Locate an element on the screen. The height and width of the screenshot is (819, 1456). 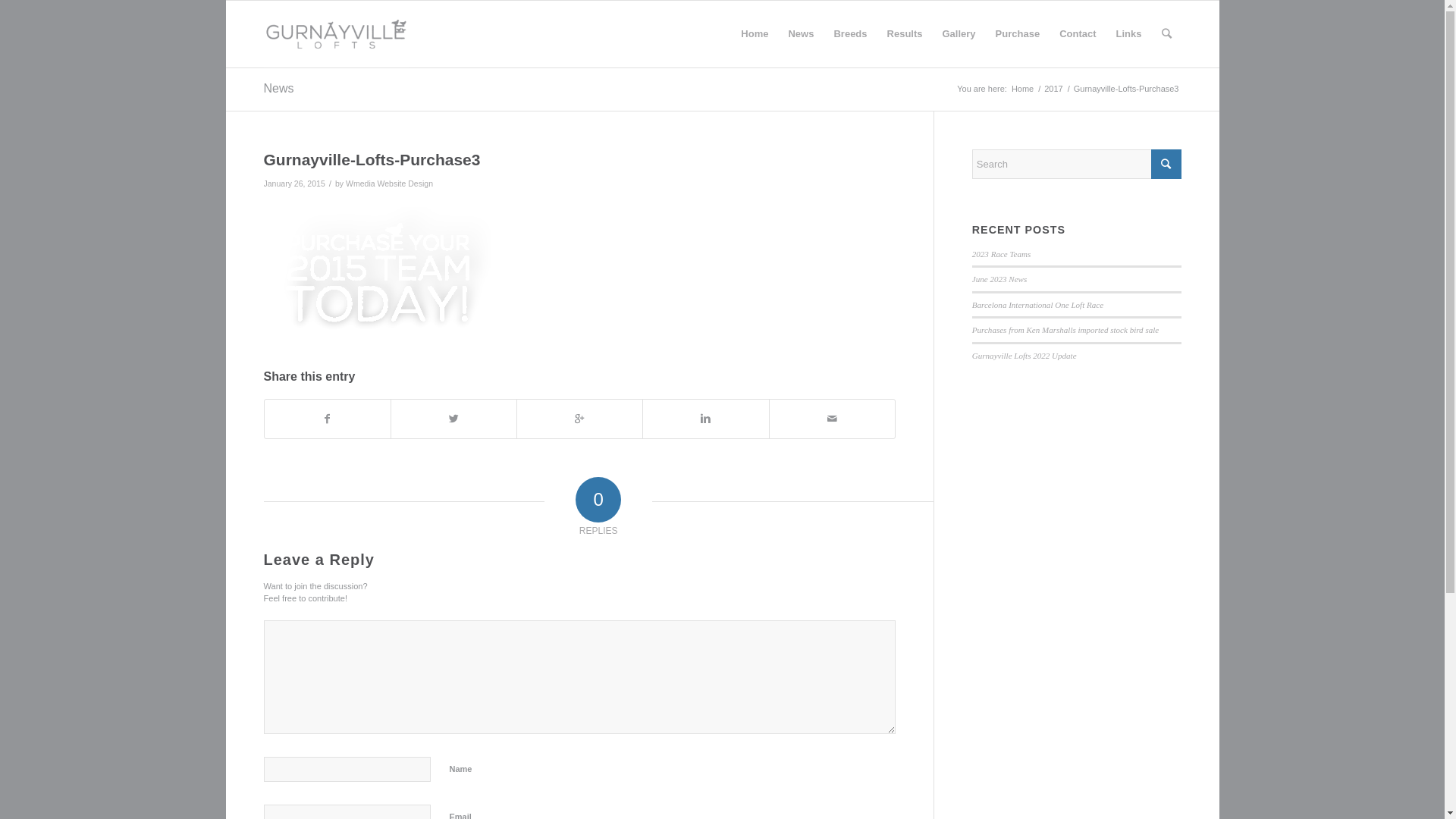
'2023 Race Teams' is located at coordinates (1001, 253).